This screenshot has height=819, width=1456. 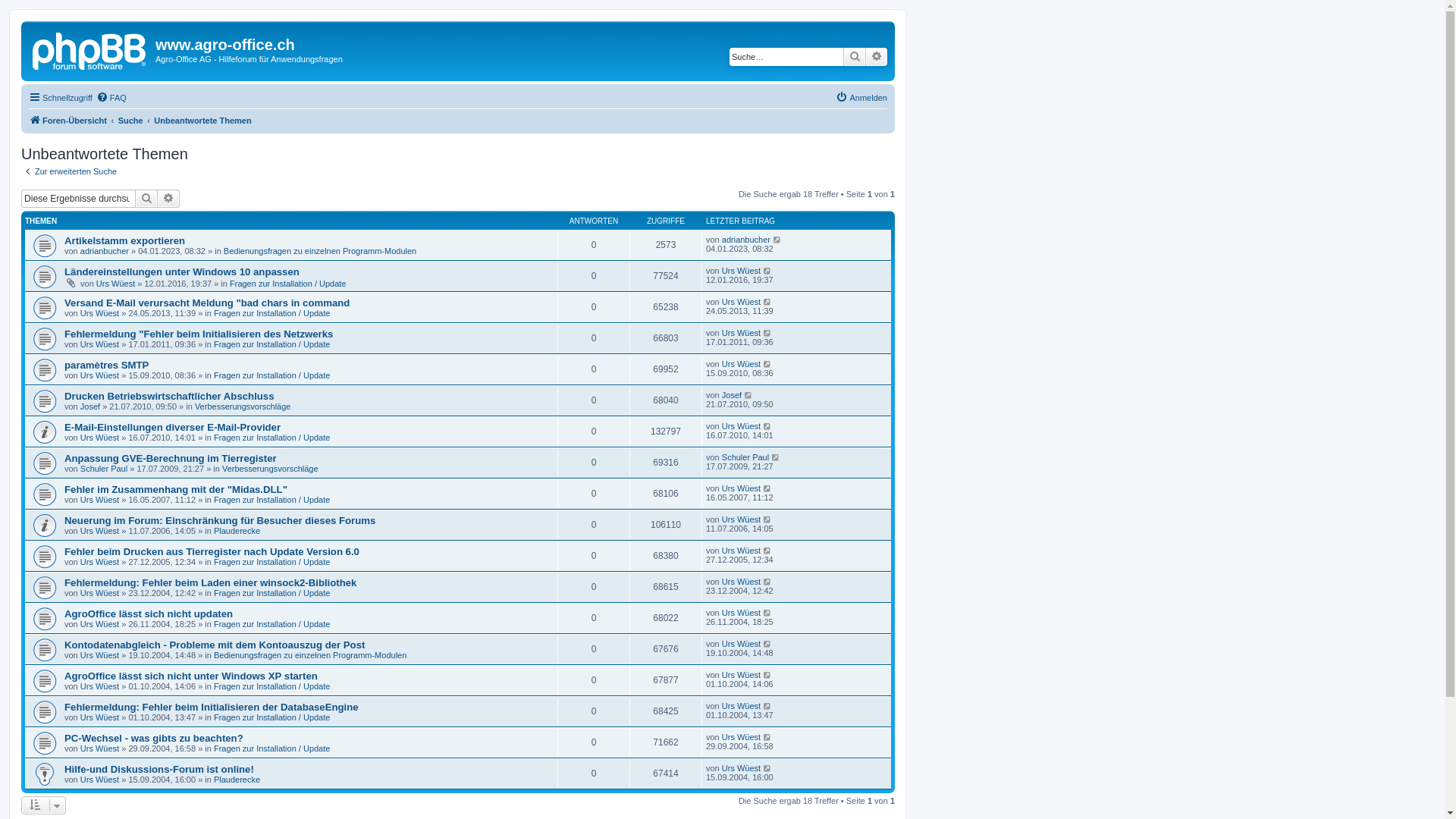 I want to click on 'Josef', so click(x=731, y=394).